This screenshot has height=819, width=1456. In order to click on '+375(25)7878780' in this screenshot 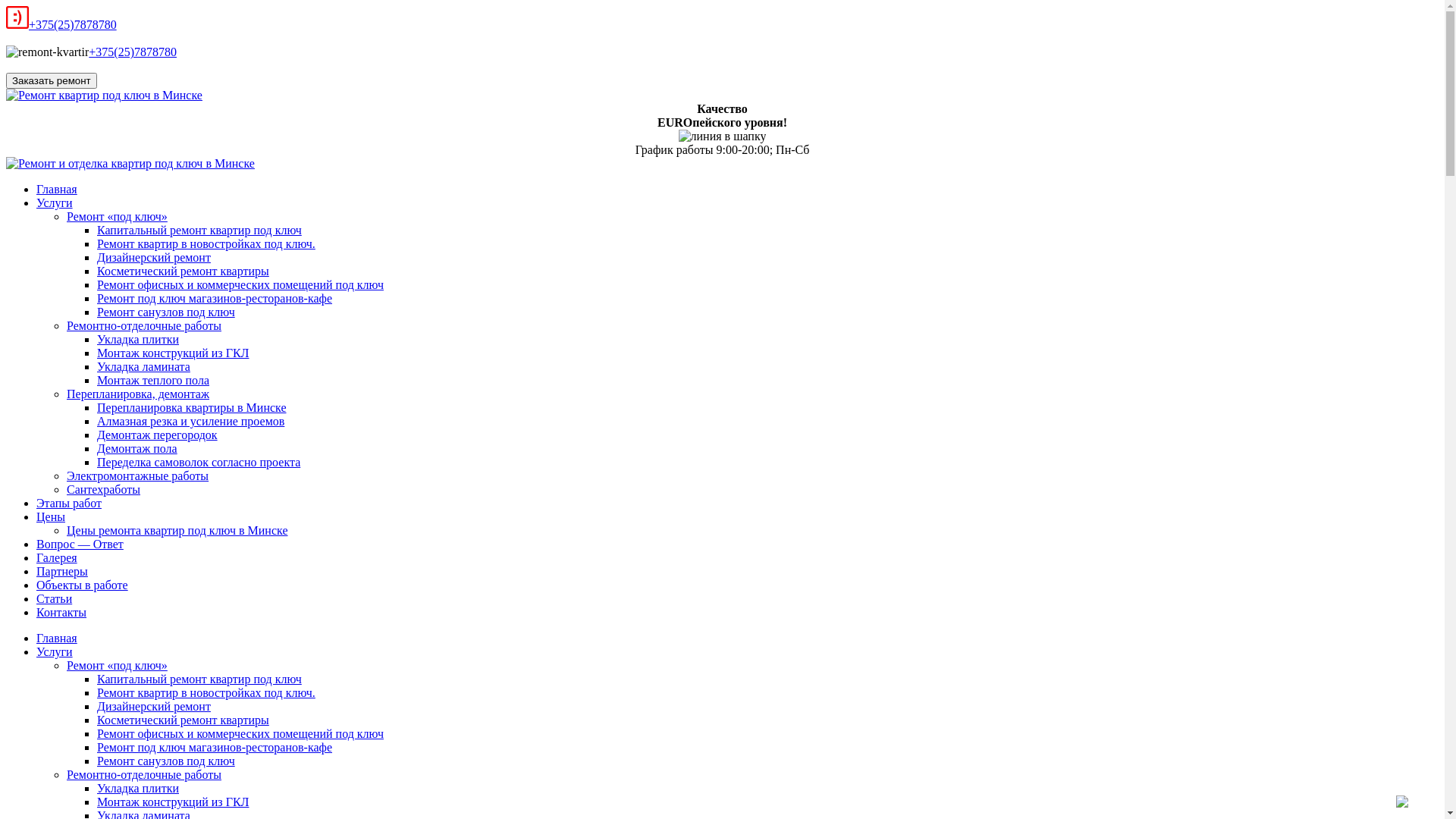, I will do `click(72, 24)`.